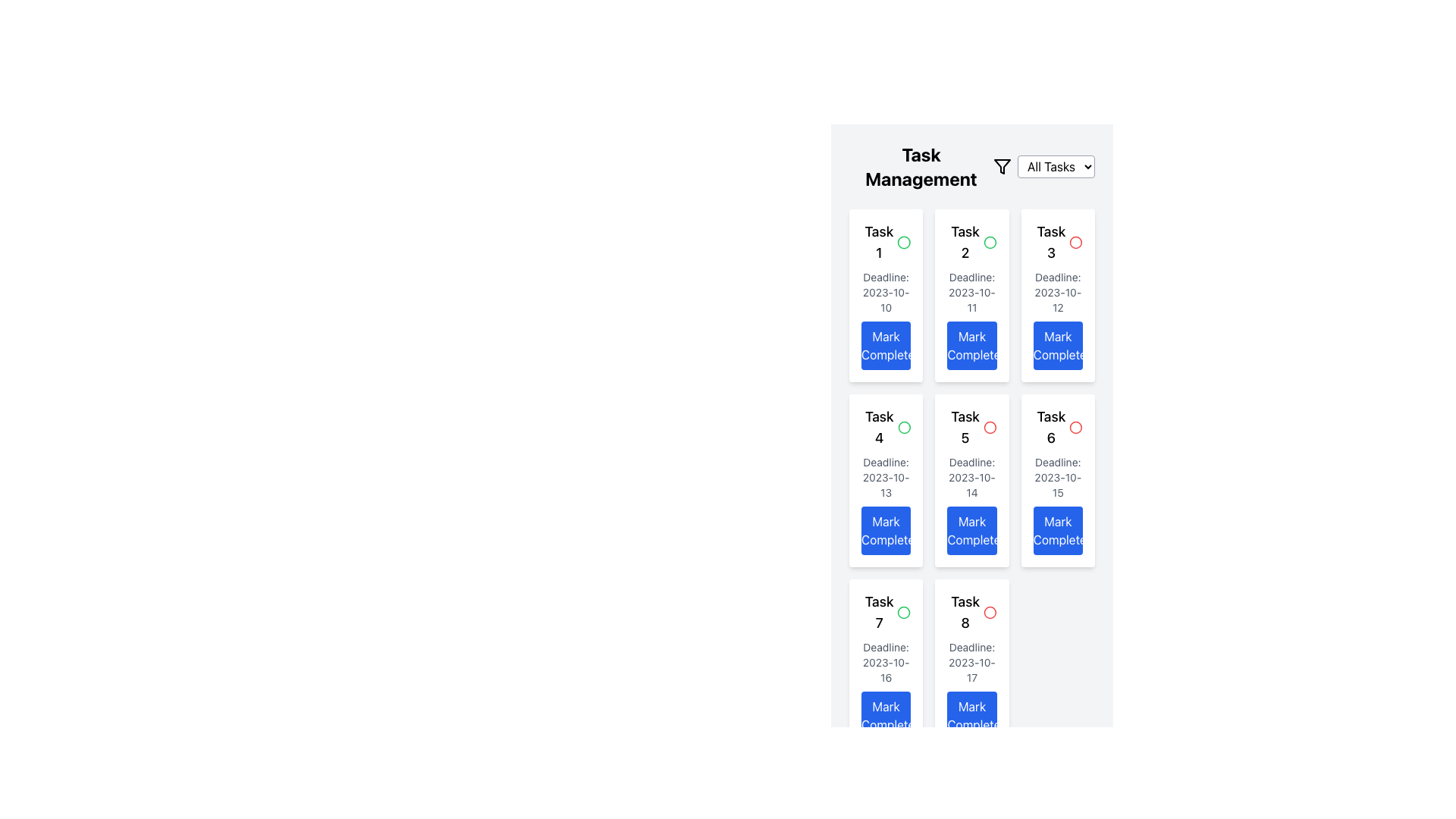 The image size is (1456, 819). What do you see at coordinates (990, 242) in the screenshot?
I see `the circular green outlined Status Indicator located next to the title of Task 1 in the task management interface` at bounding box center [990, 242].